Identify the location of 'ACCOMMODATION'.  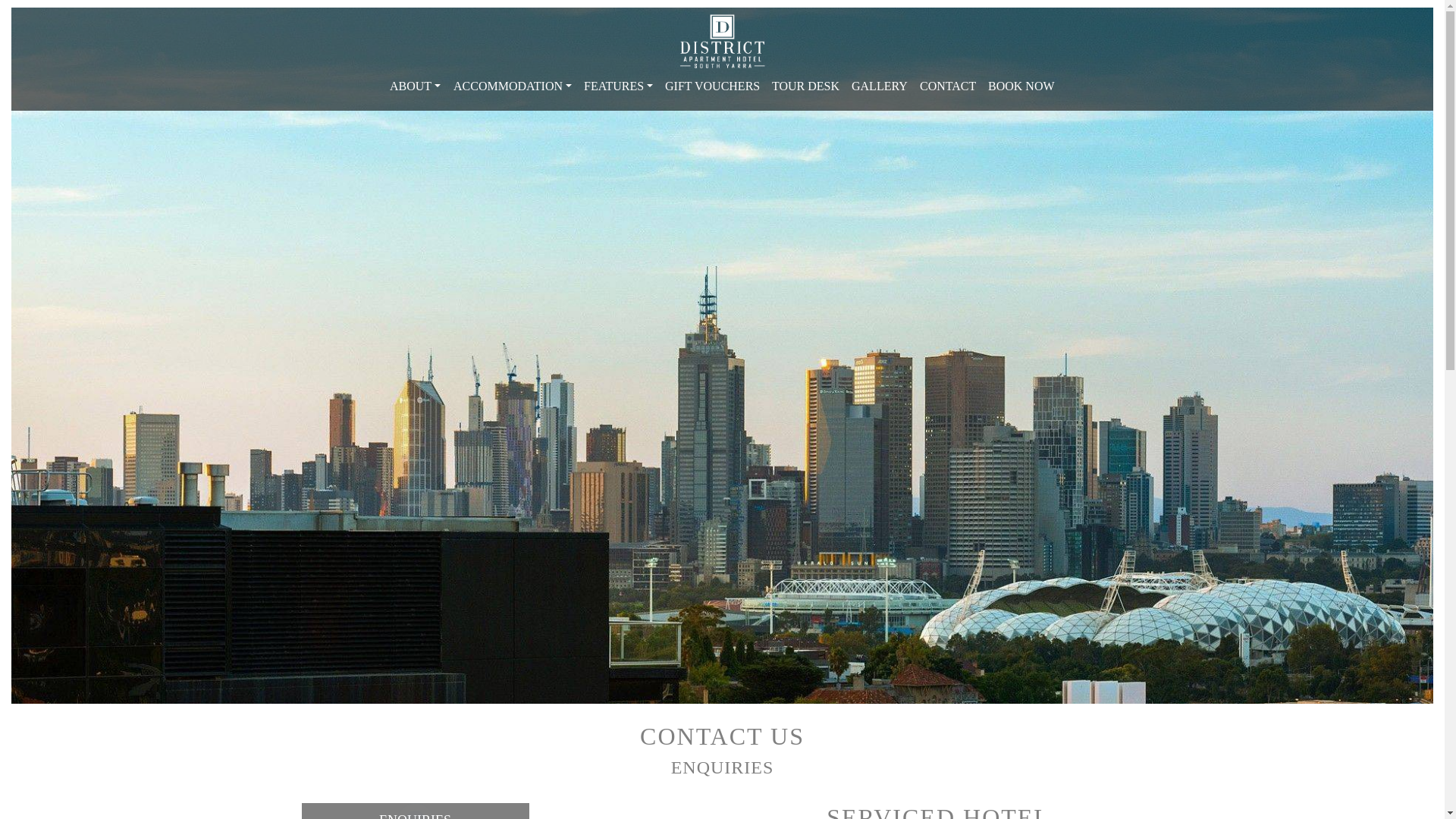
(513, 86).